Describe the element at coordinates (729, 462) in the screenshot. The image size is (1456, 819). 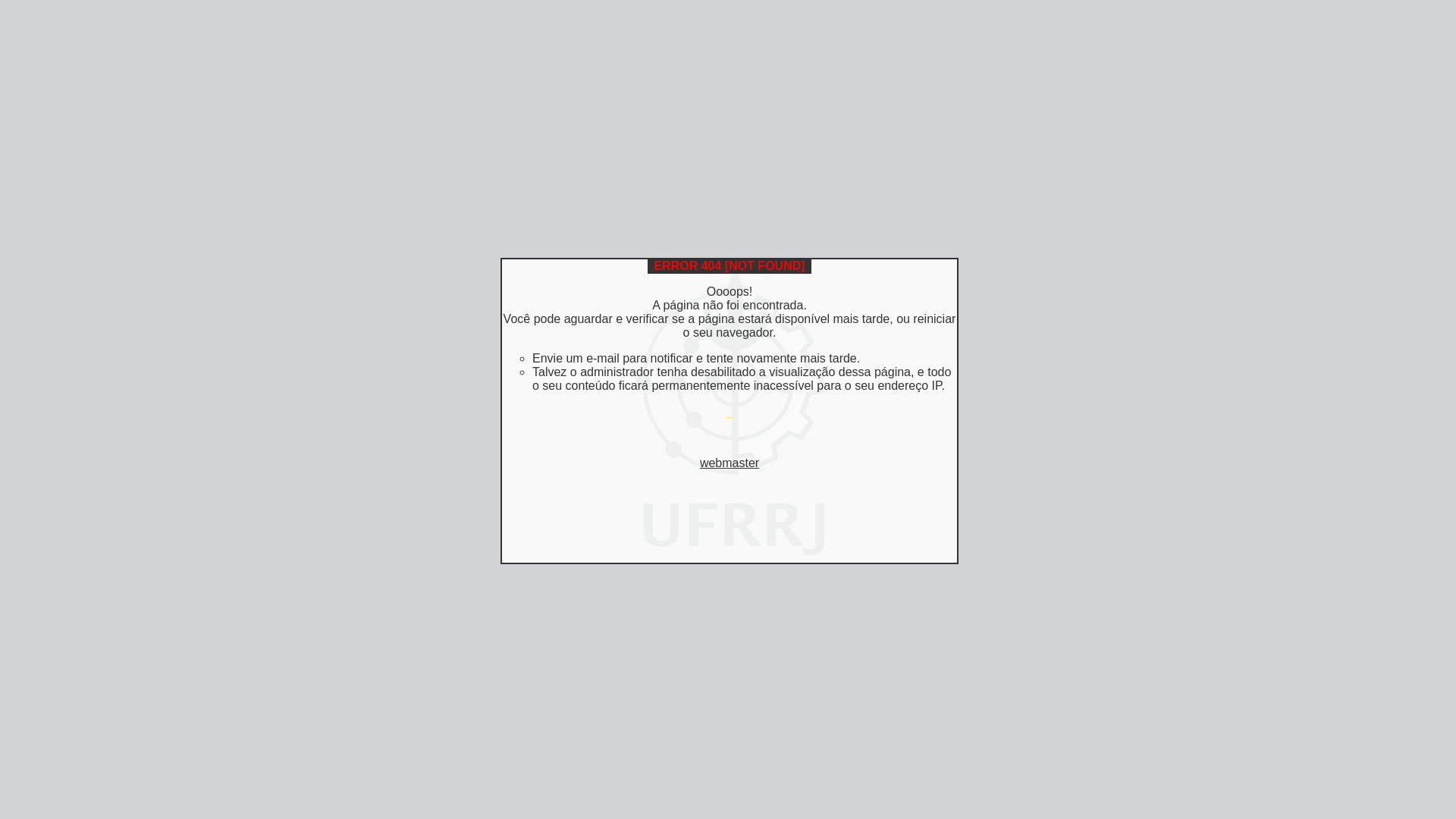
I see `'webmaster'` at that location.